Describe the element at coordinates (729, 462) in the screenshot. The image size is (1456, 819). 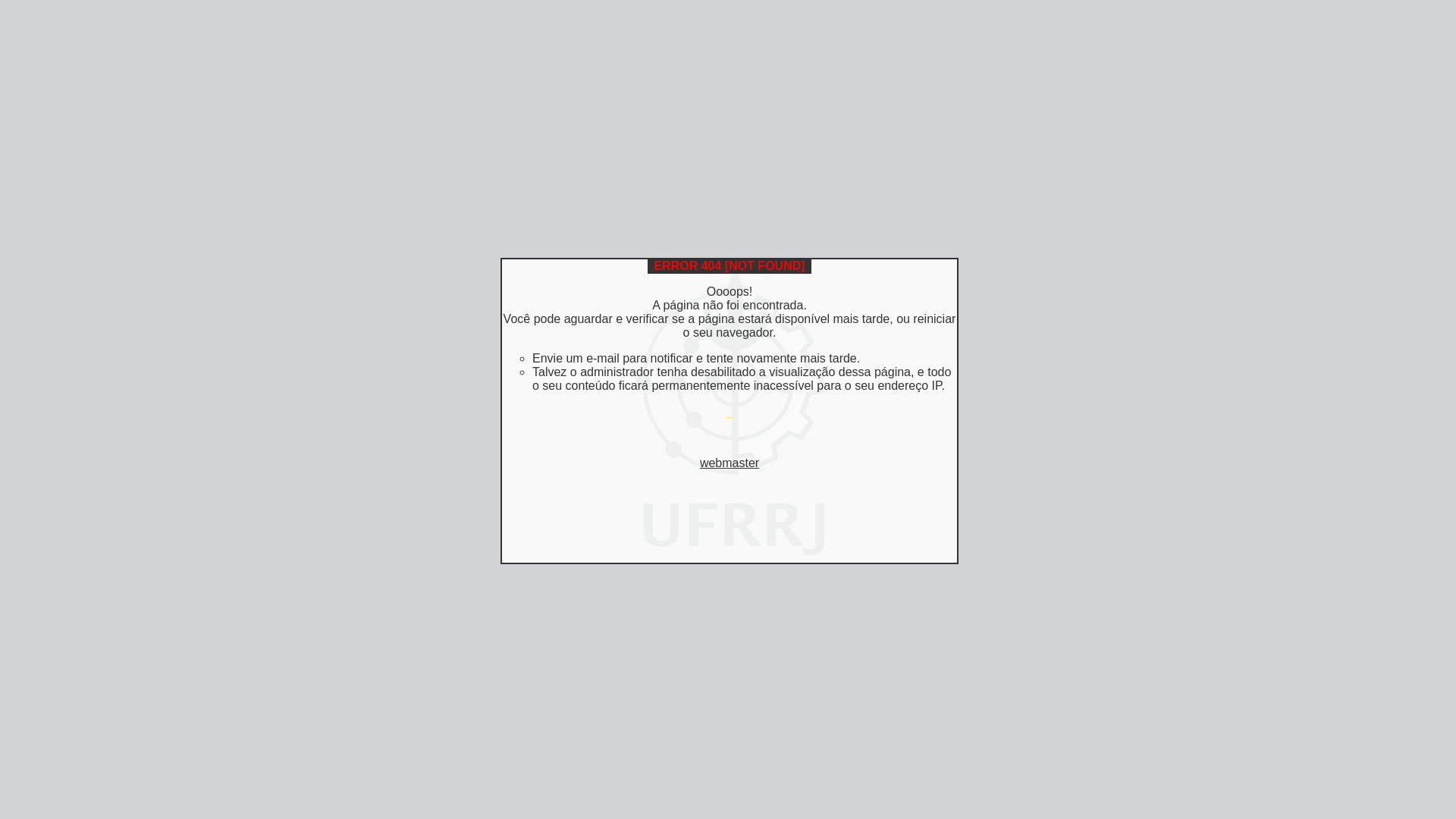
I see `'webmaster'` at that location.